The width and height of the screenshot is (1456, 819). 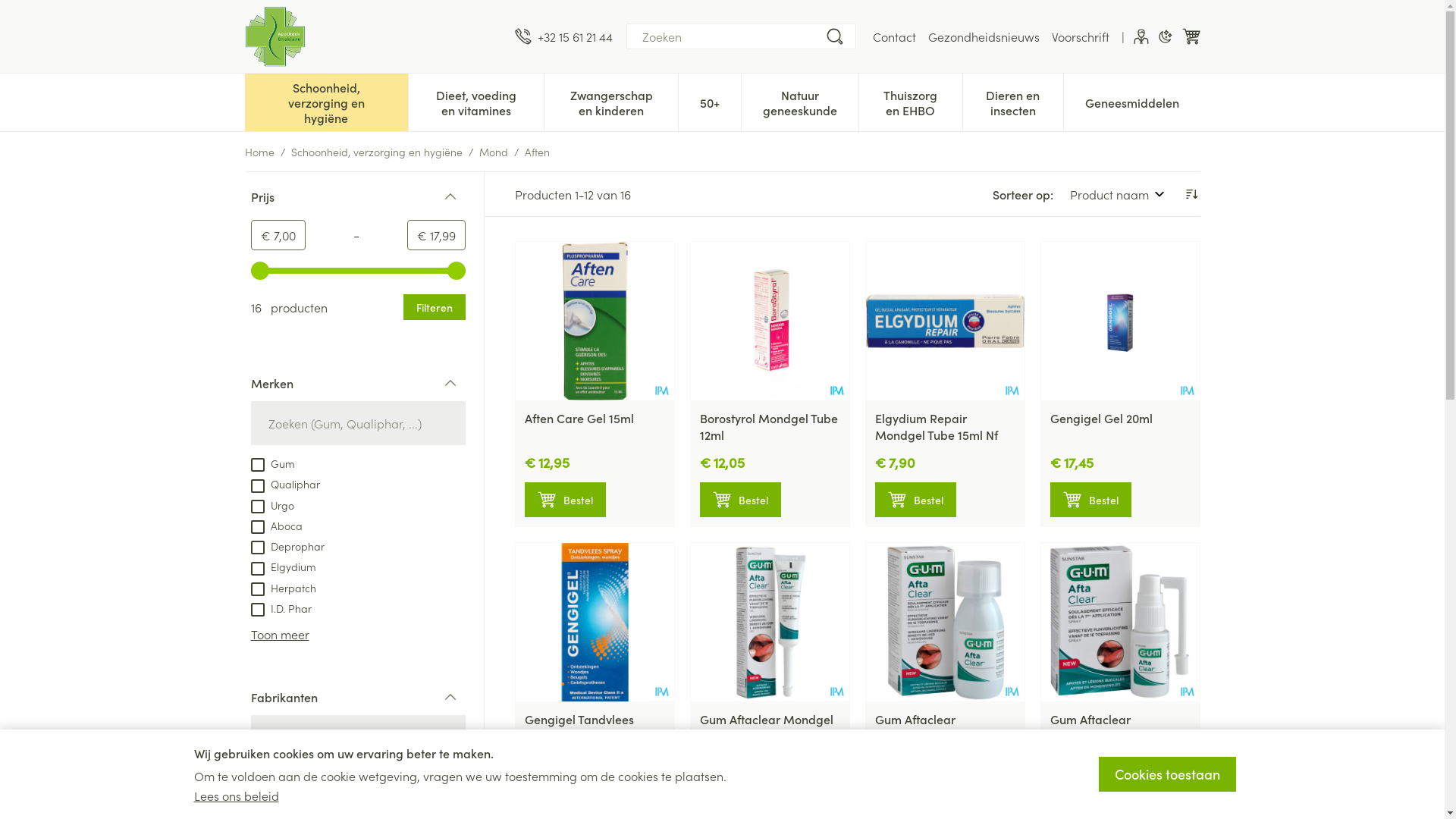 What do you see at coordinates (611, 100) in the screenshot?
I see `'Zwangerschap en kinderen'` at bounding box center [611, 100].